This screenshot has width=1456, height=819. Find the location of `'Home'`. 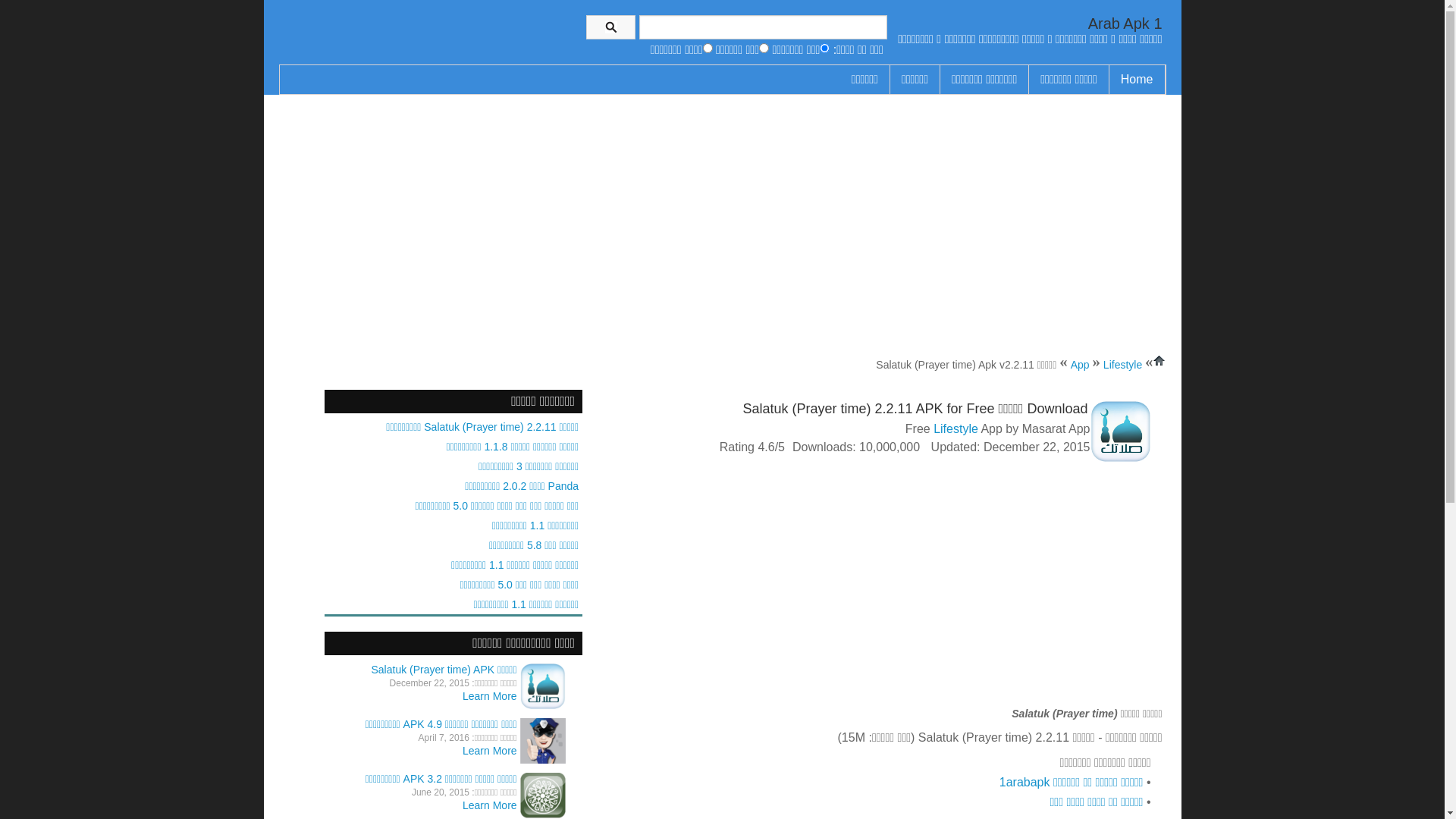

'Home' is located at coordinates (1137, 79).